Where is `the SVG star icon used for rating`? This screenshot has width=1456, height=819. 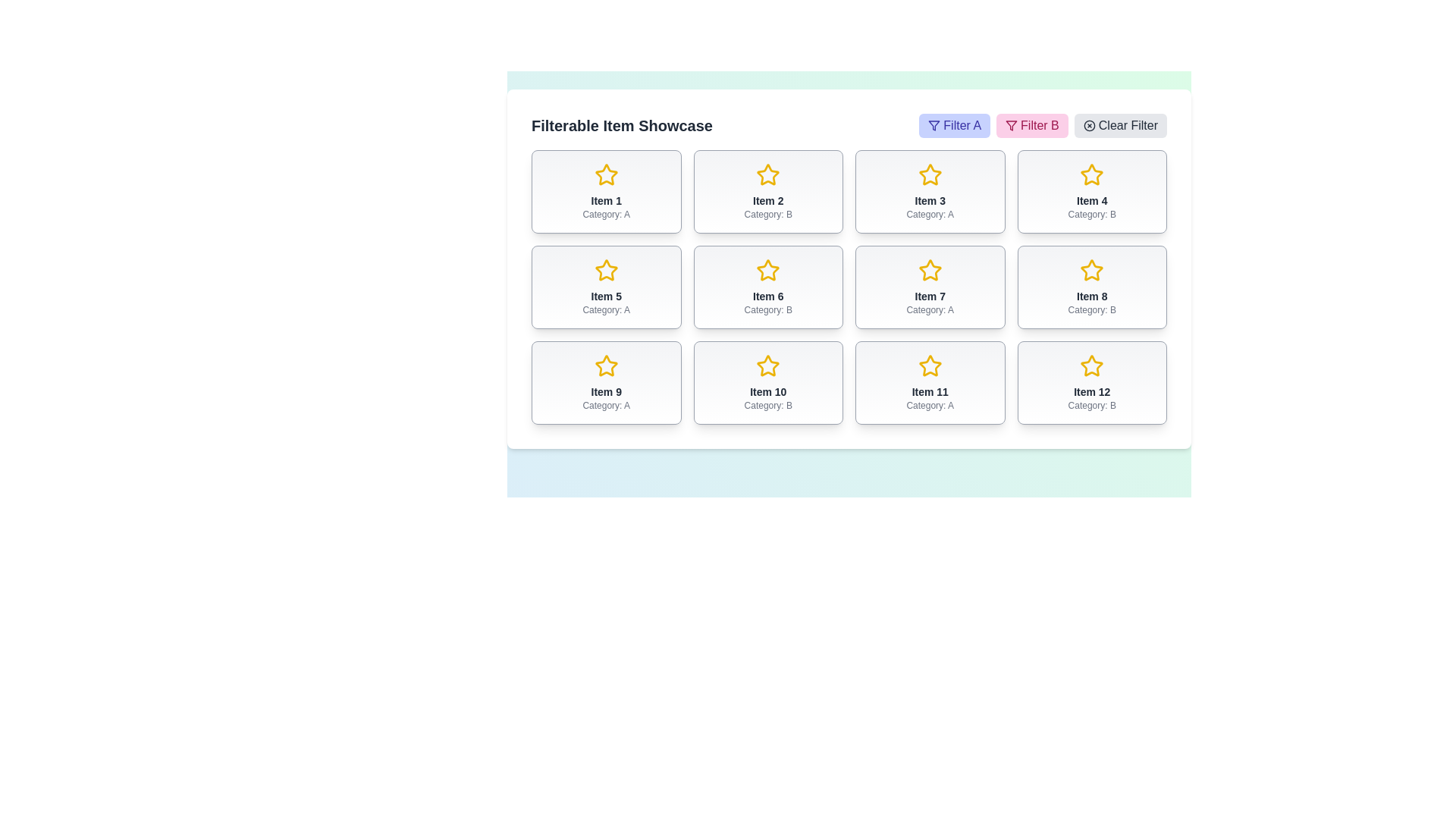
the SVG star icon used for rating is located at coordinates (768, 174).